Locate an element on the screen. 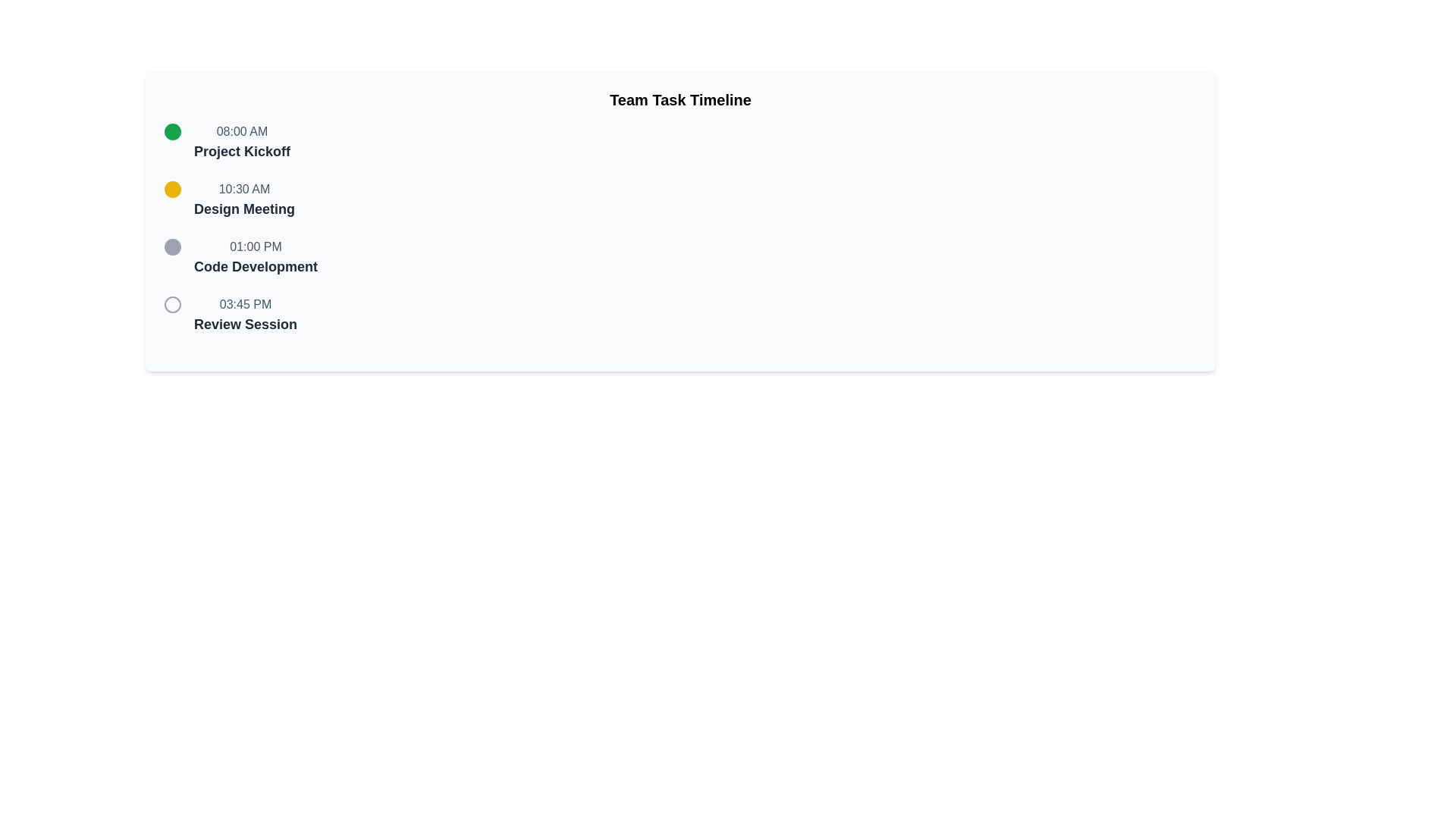 This screenshot has width=1456, height=819. the text label displaying '01:00 PM', which is a medium-sized, gray font, positioned above 'Code Development' in the timeline interface is located at coordinates (256, 246).